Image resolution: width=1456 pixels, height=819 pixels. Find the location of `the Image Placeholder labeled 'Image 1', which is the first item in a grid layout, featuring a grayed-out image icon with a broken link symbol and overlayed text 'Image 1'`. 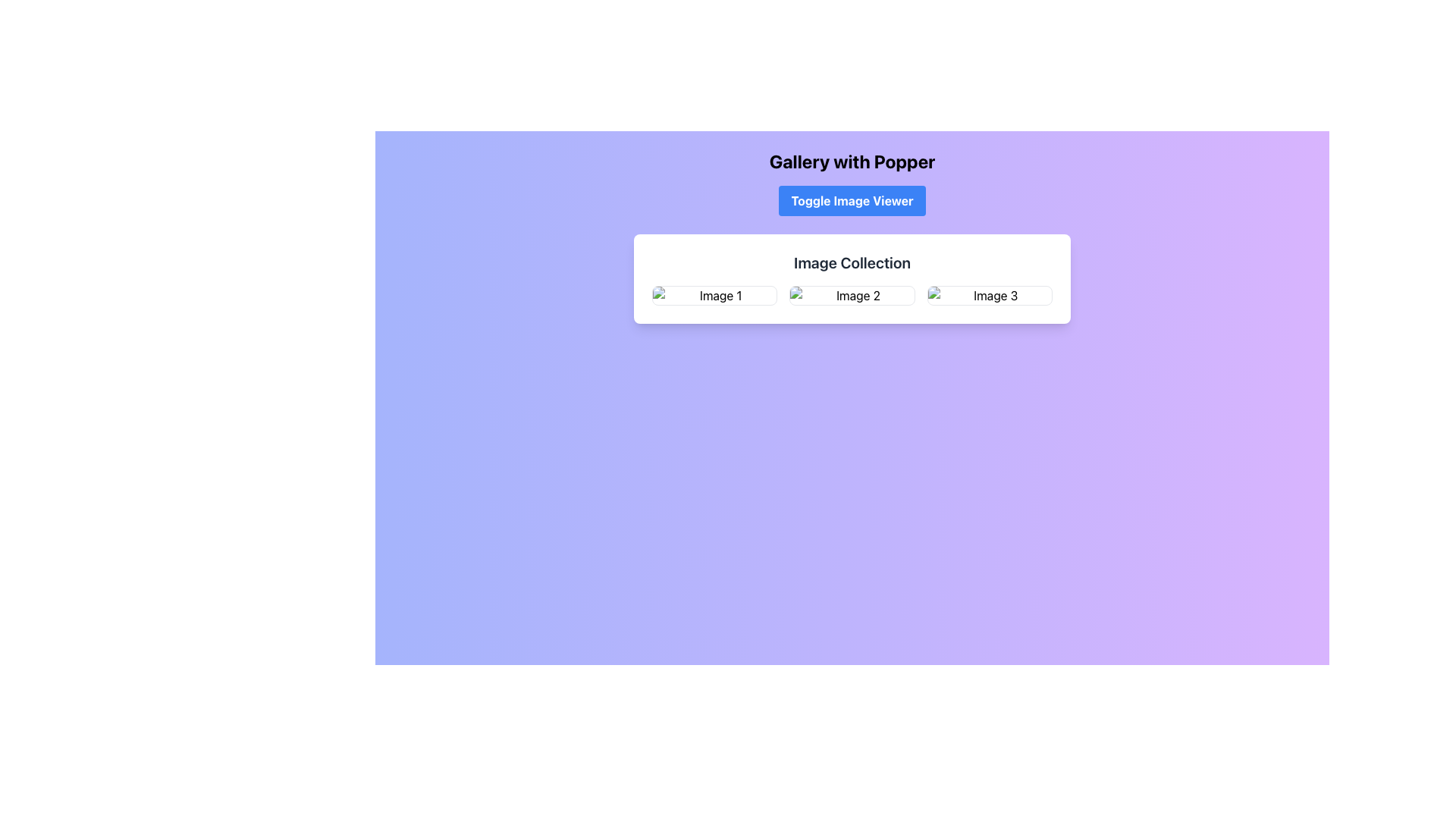

the Image Placeholder labeled 'Image 1', which is the first item in a grid layout, featuring a grayed-out image icon with a broken link symbol and overlayed text 'Image 1' is located at coordinates (714, 295).